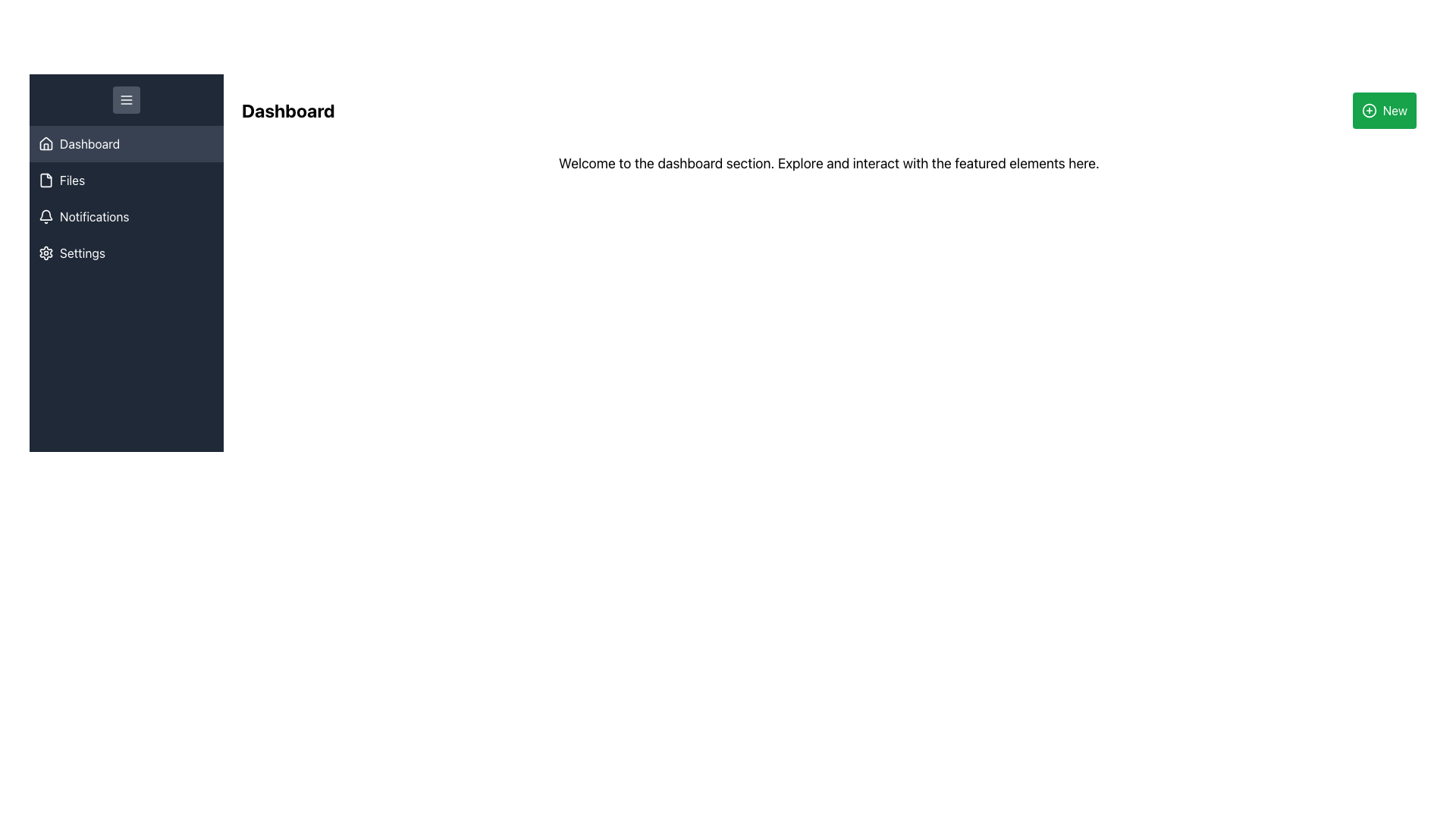  I want to click on the small house icon with a white outline located in the left sidebar, so click(46, 143).